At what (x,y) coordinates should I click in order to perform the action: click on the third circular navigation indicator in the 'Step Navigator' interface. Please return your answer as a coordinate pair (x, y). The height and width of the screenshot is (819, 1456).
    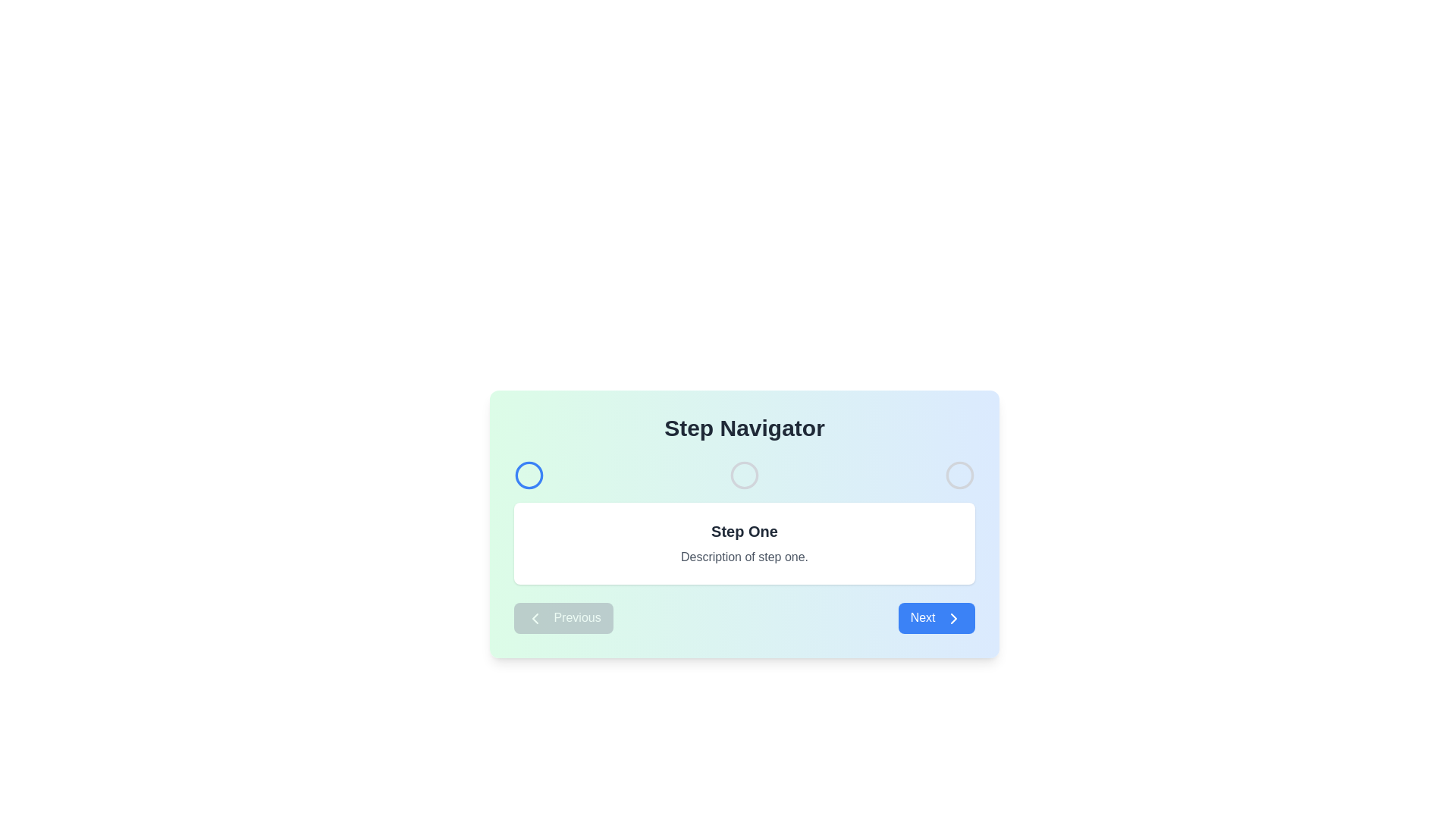
    Looking at the image, I should click on (959, 475).